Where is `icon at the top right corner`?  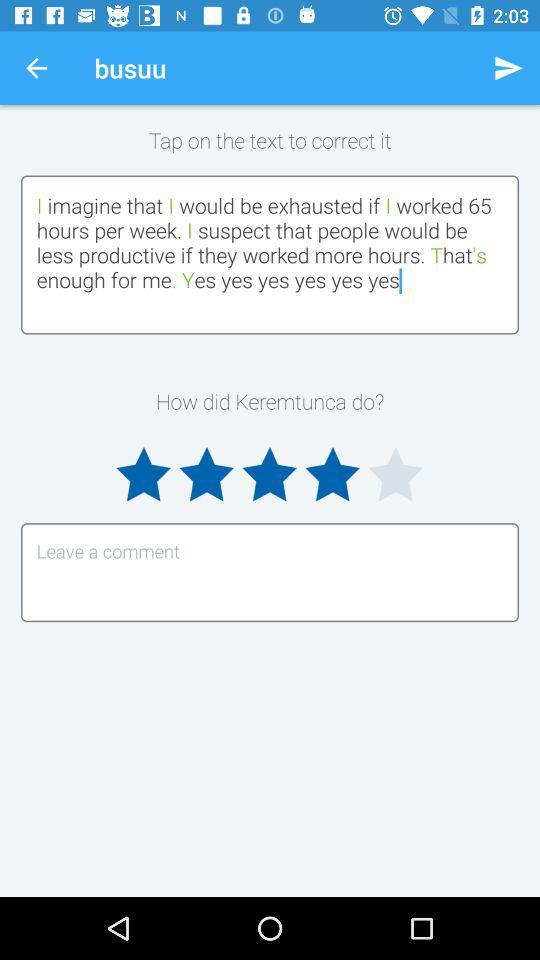 icon at the top right corner is located at coordinates (508, 68).